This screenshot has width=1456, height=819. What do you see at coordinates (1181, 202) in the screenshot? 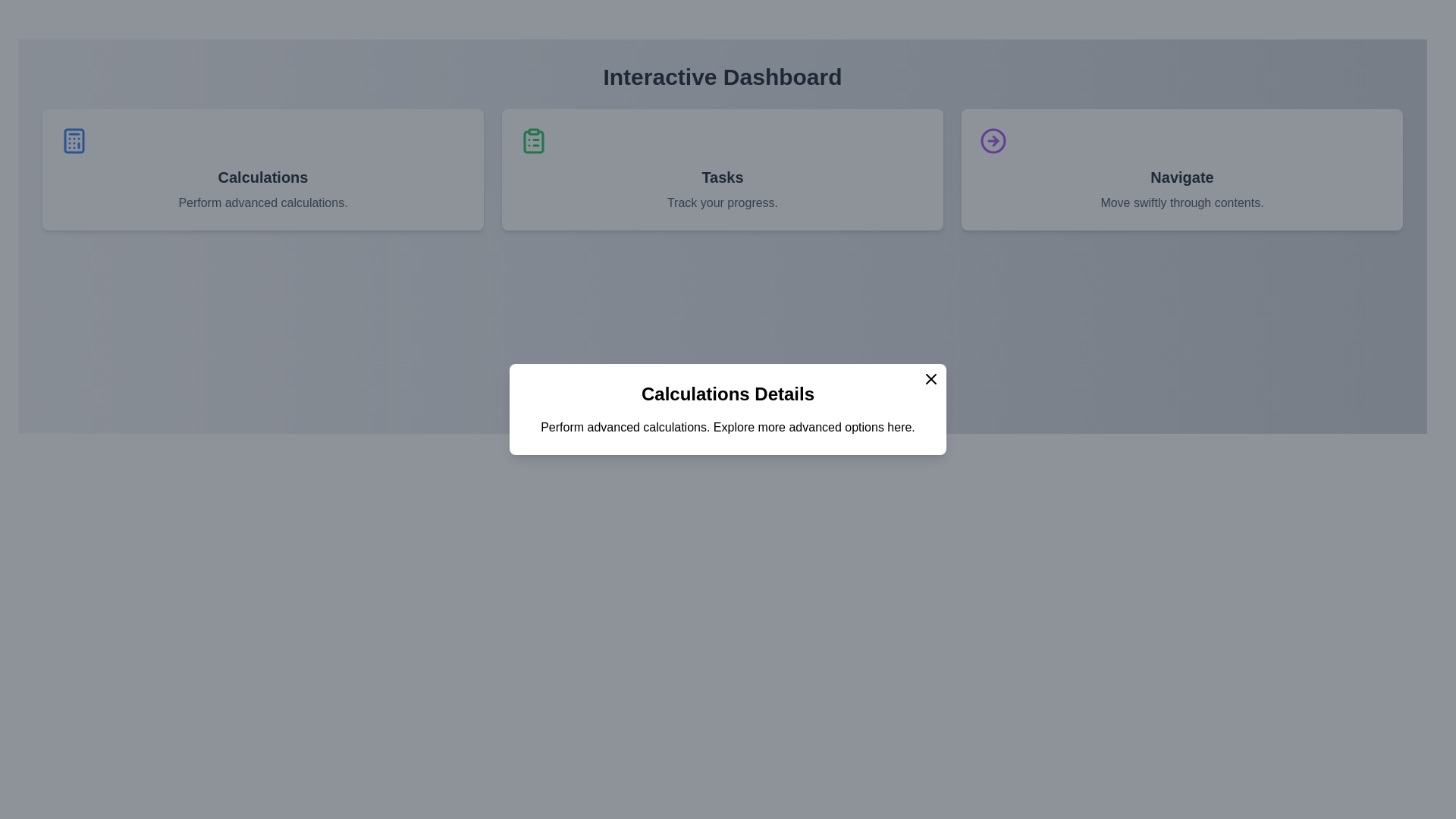
I see `the descriptive subtitle text label located beneath the 'Navigate' title and the purple circle-right-arrow icon` at bounding box center [1181, 202].